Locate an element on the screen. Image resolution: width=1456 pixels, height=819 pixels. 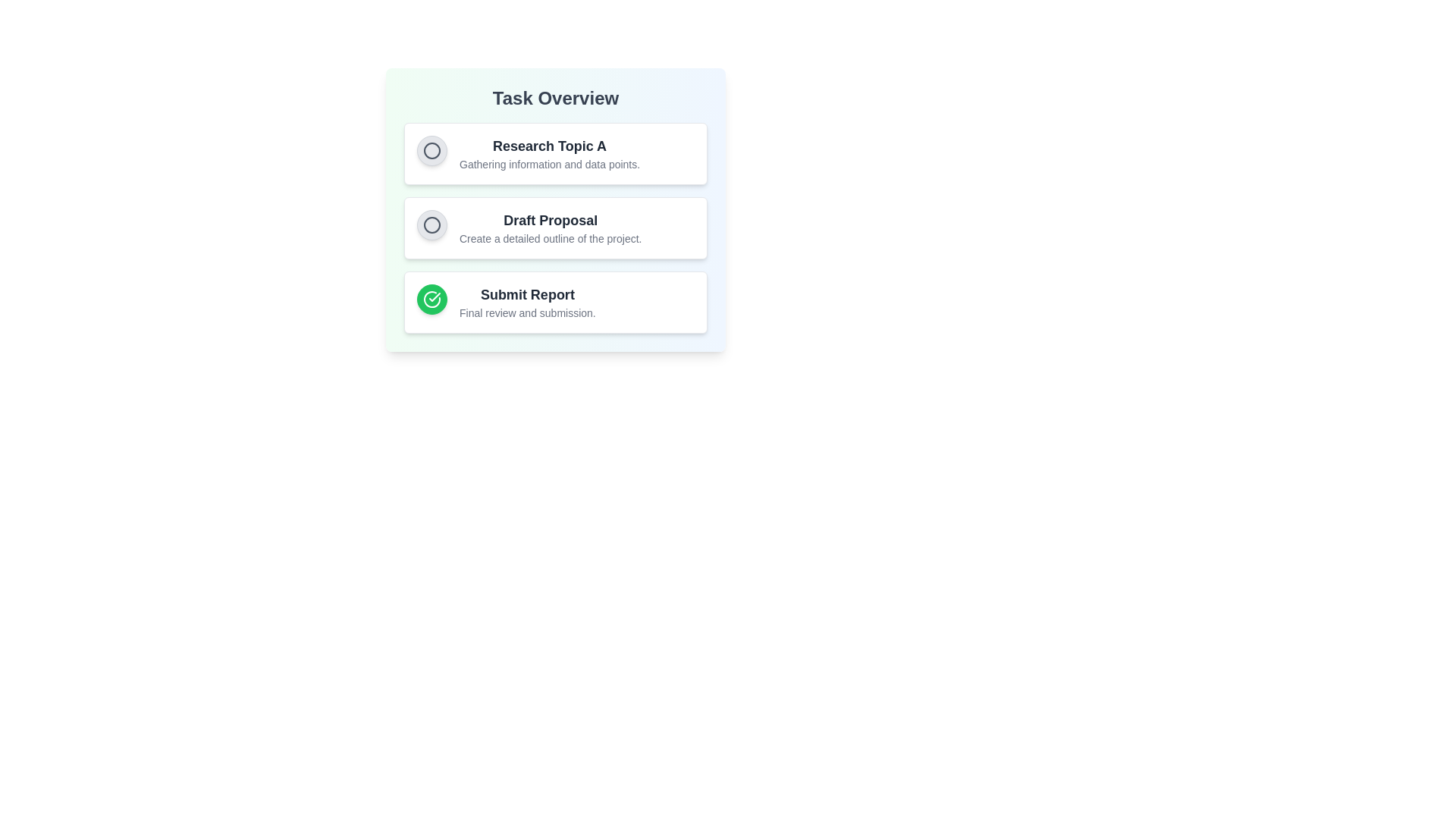
the interactive icon representing the status of the task item adjacent to 'Research Topic A' to interact with it is located at coordinates (431, 151).